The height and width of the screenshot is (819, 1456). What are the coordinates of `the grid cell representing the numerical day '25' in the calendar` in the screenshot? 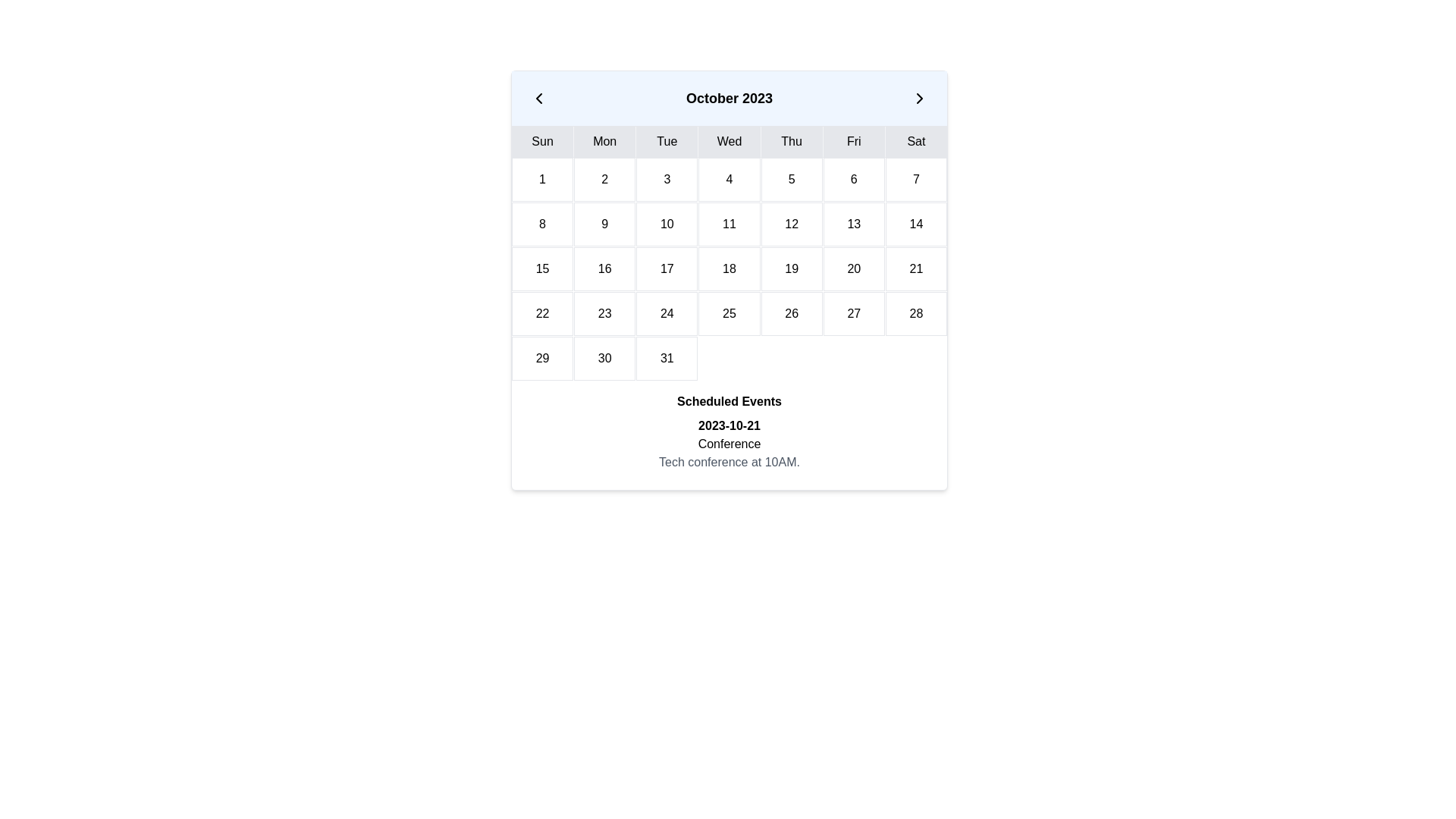 It's located at (729, 312).